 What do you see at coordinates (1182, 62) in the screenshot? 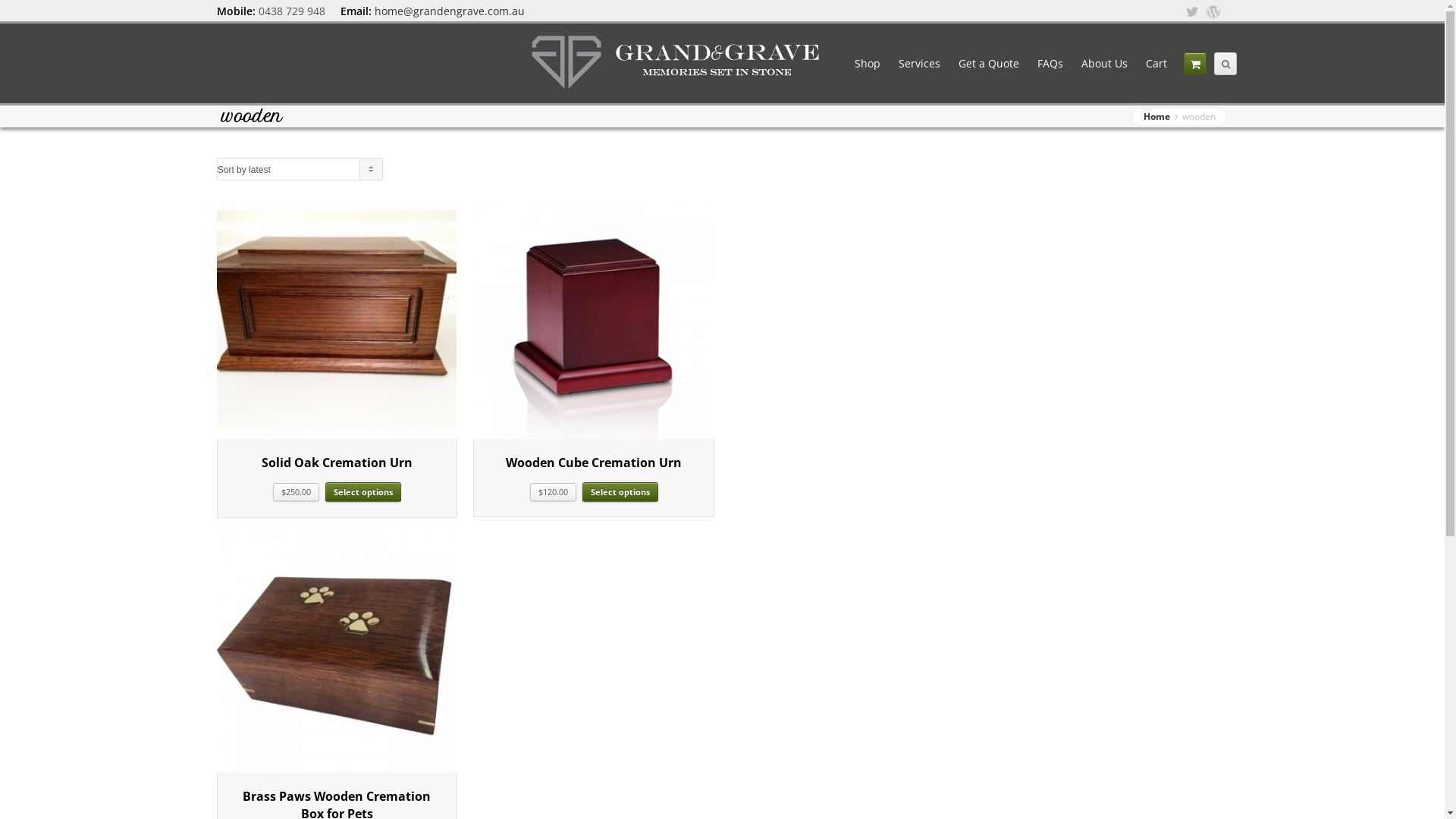
I see `'Your Cart'` at bounding box center [1182, 62].